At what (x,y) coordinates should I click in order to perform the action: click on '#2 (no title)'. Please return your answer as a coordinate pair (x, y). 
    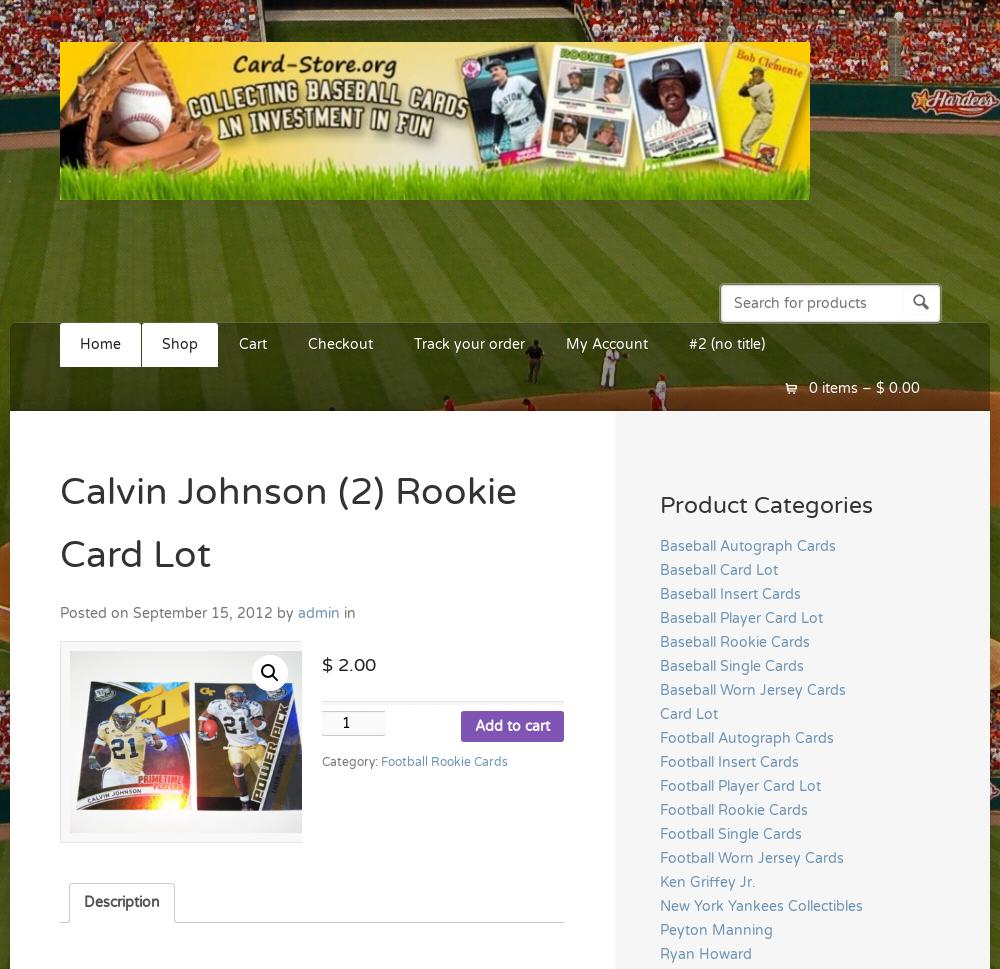
    Looking at the image, I should click on (726, 342).